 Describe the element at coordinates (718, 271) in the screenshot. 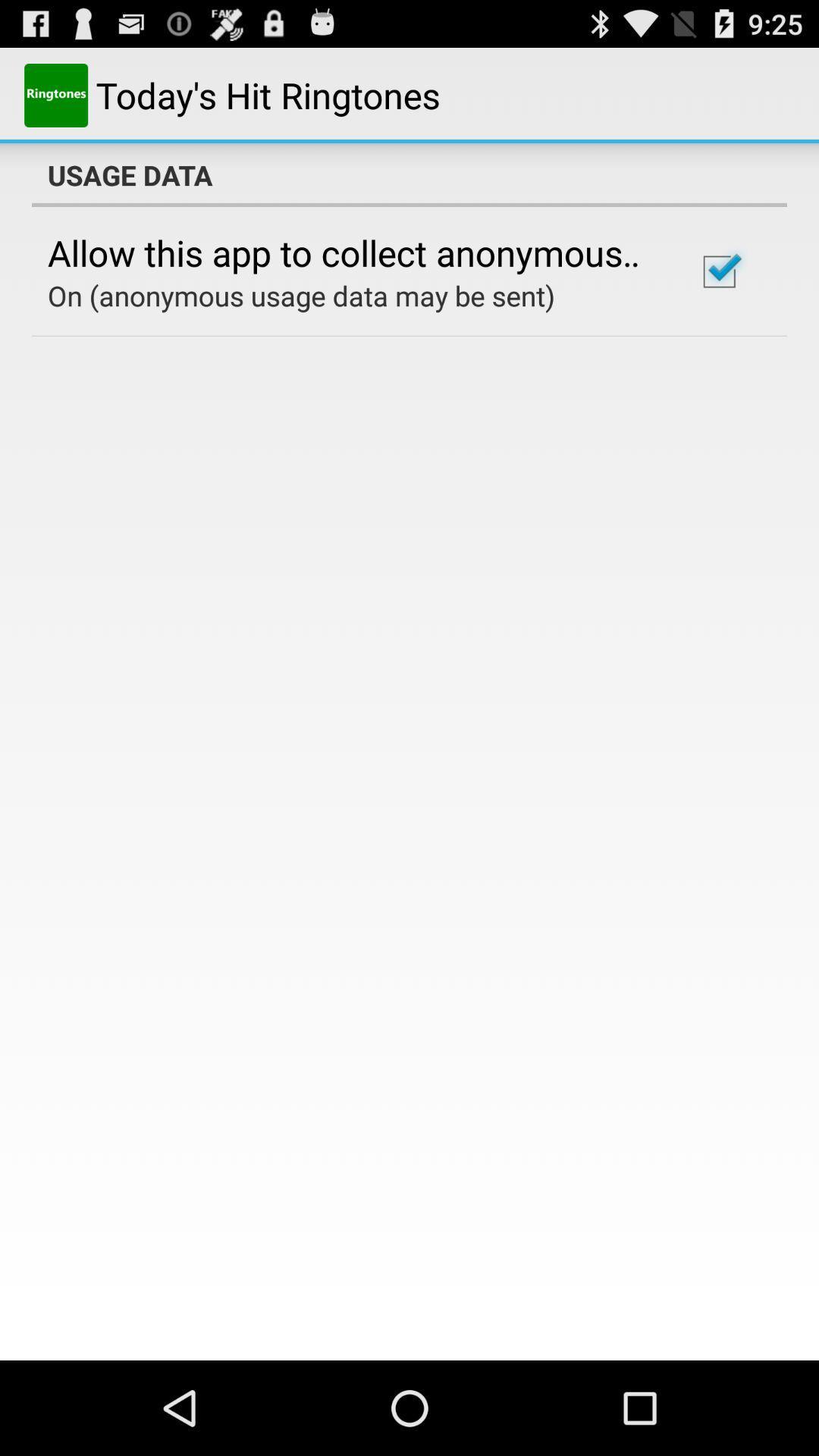

I see `icon next to allow this app` at that location.